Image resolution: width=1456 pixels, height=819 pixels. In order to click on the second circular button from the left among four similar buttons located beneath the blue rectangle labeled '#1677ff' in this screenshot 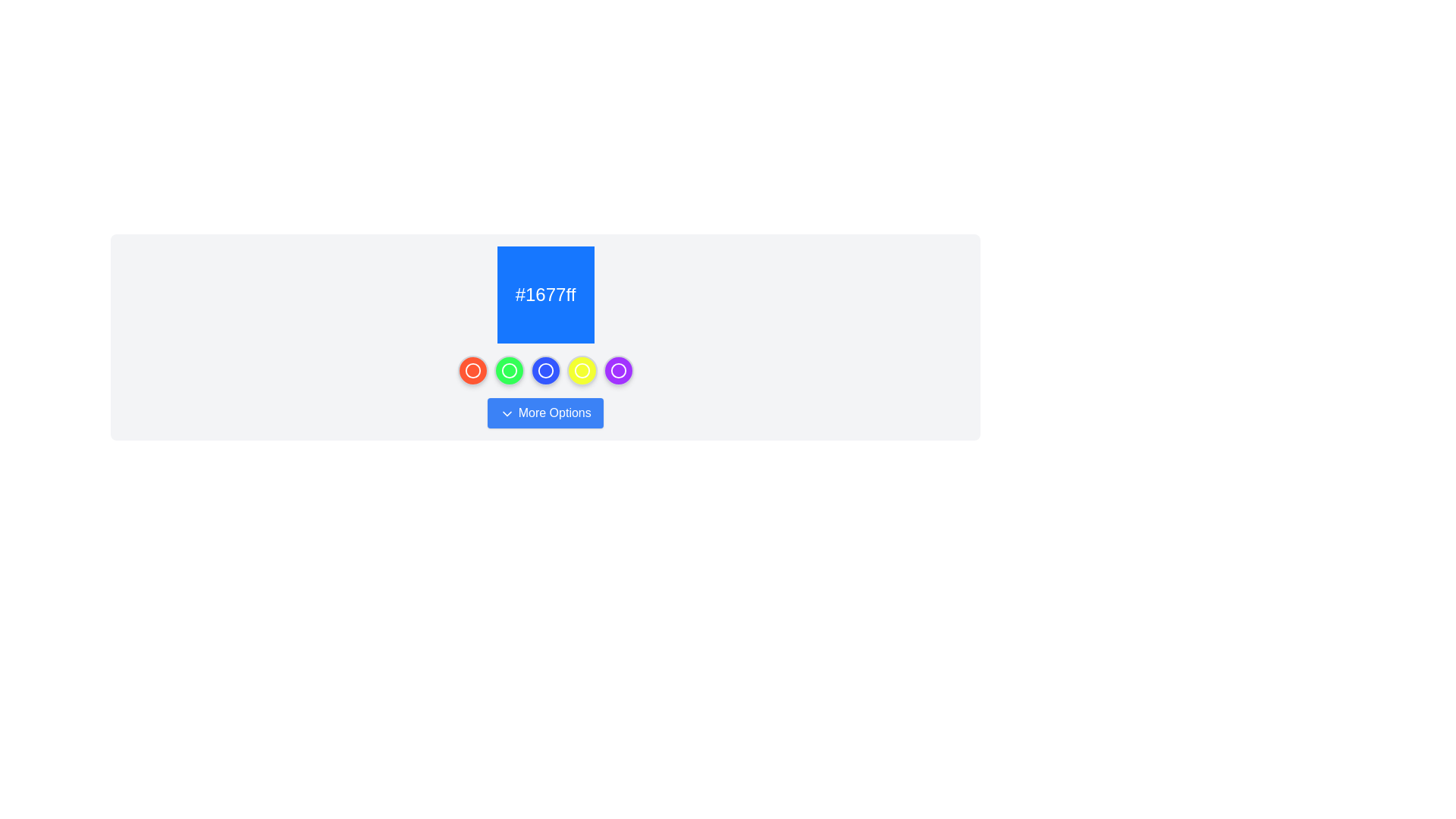, I will do `click(545, 371)`.